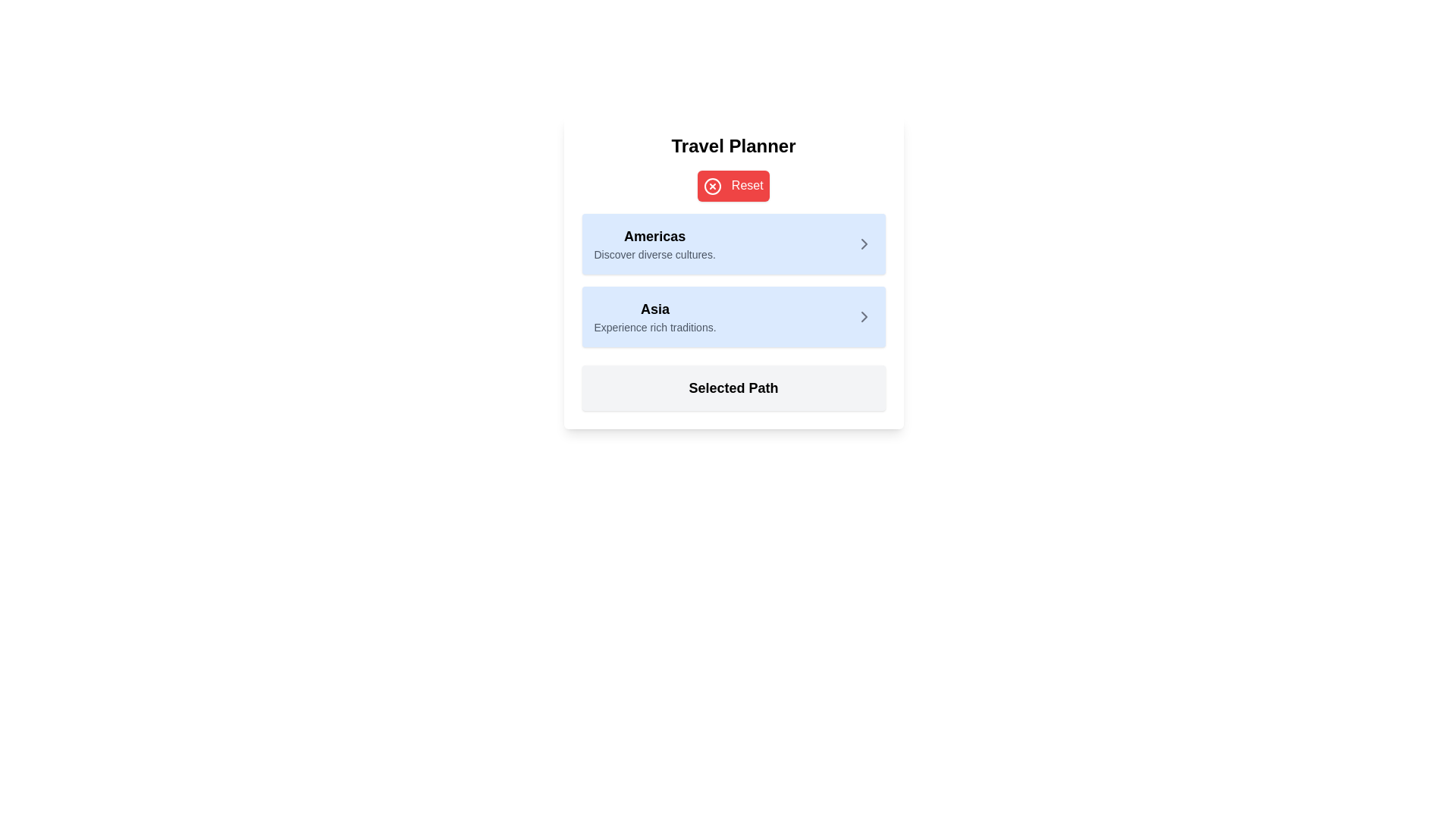 Image resolution: width=1456 pixels, height=819 pixels. Describe the element at coordinates (733, 146) in the screenshot. I see `the bolded title labeled 'Travel Planner', which is styled prominently and centered at the top of a white card with rounded corners` at that location.